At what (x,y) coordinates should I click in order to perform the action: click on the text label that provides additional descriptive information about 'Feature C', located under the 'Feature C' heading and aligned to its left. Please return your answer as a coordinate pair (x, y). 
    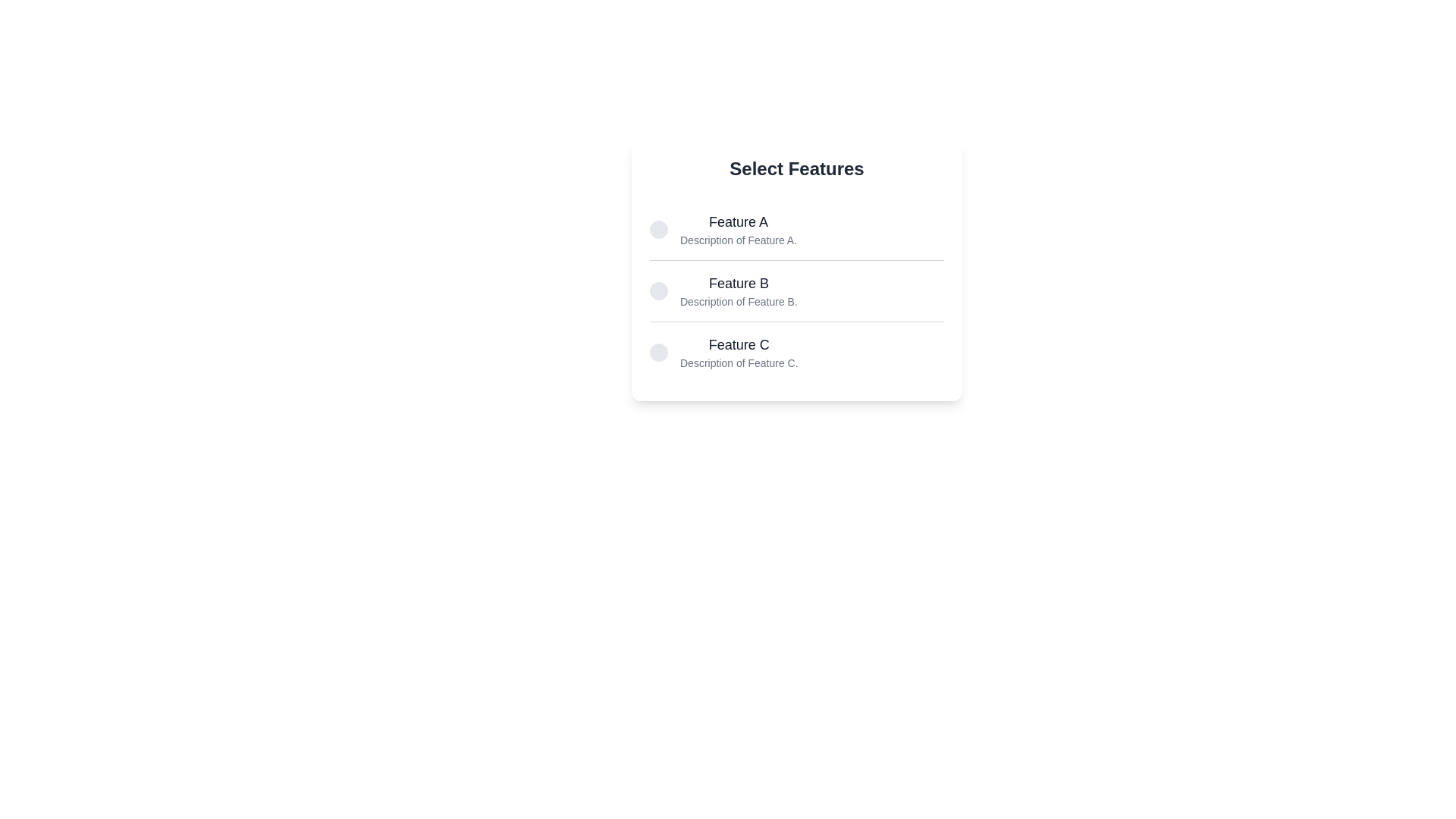
    Looking at the image, I should click on (739, 362).